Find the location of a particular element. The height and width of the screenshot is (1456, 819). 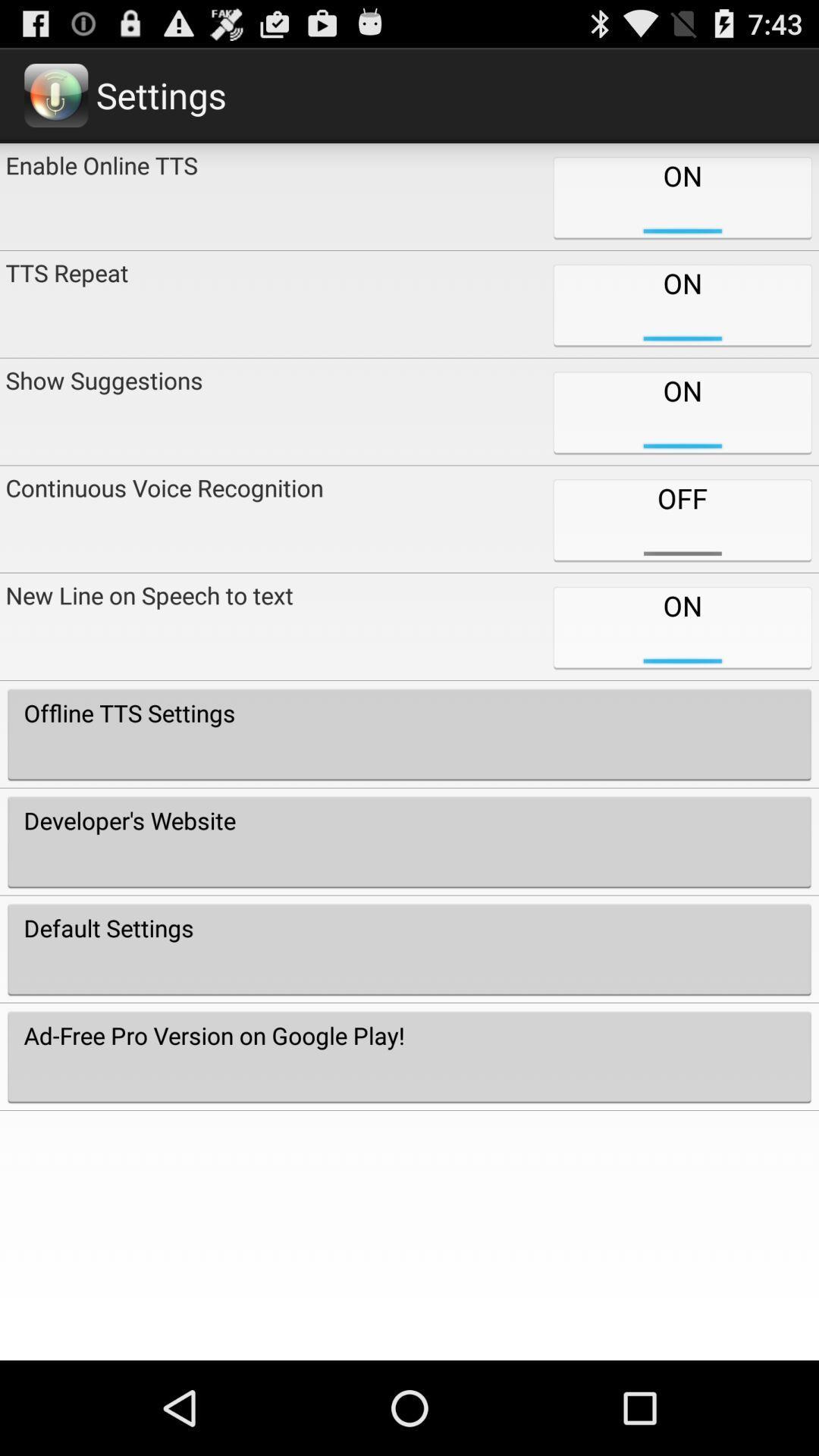

default settings is located at coordinates (409, 949).